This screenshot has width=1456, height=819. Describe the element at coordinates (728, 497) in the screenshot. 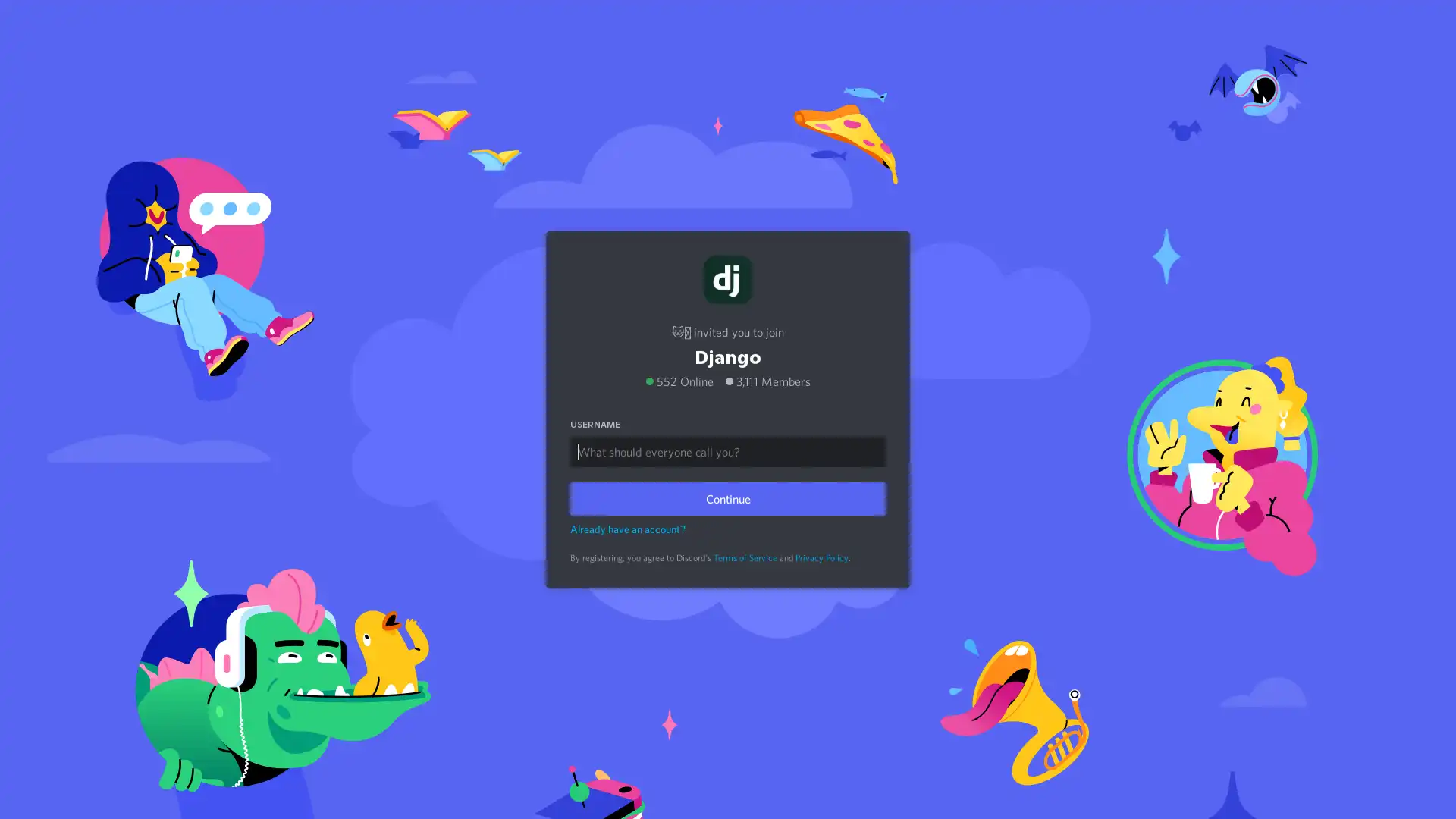

I see `Continue` at that location.